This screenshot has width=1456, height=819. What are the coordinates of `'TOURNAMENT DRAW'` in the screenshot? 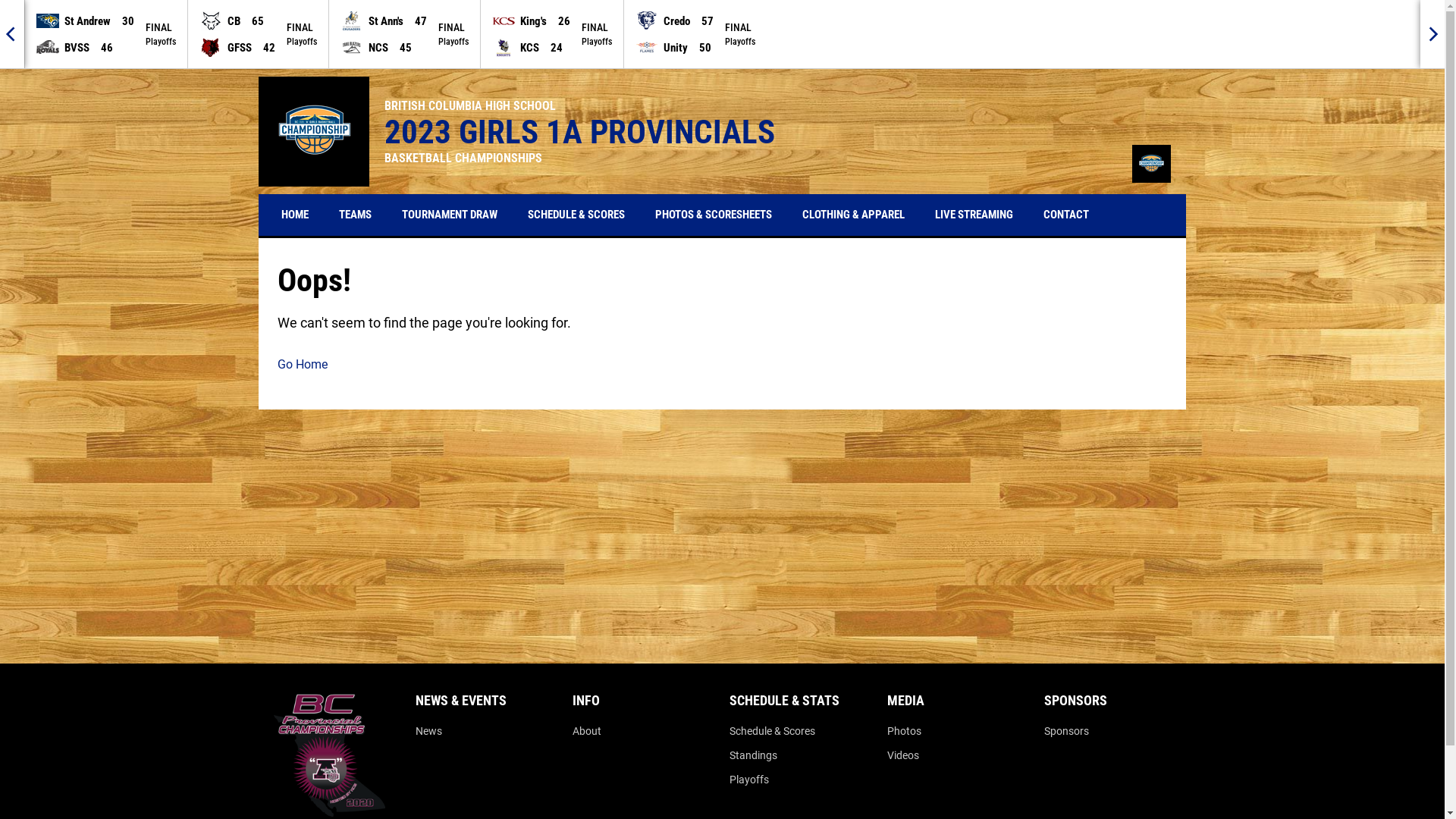 It's located at (449, 215).